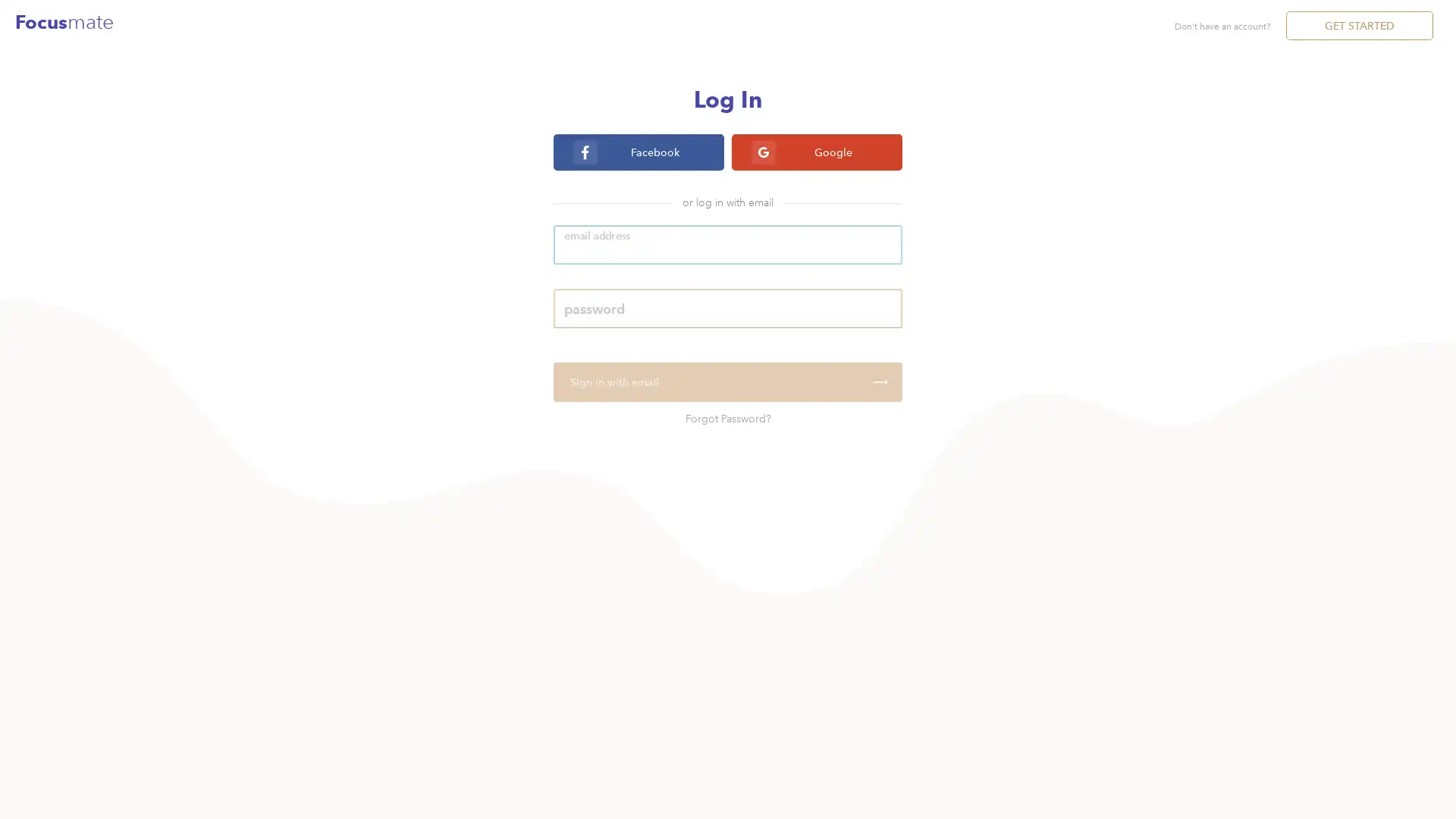 This screenshot has width=1456, height=819. I want to click on Sign in with email, so click(728, 381).